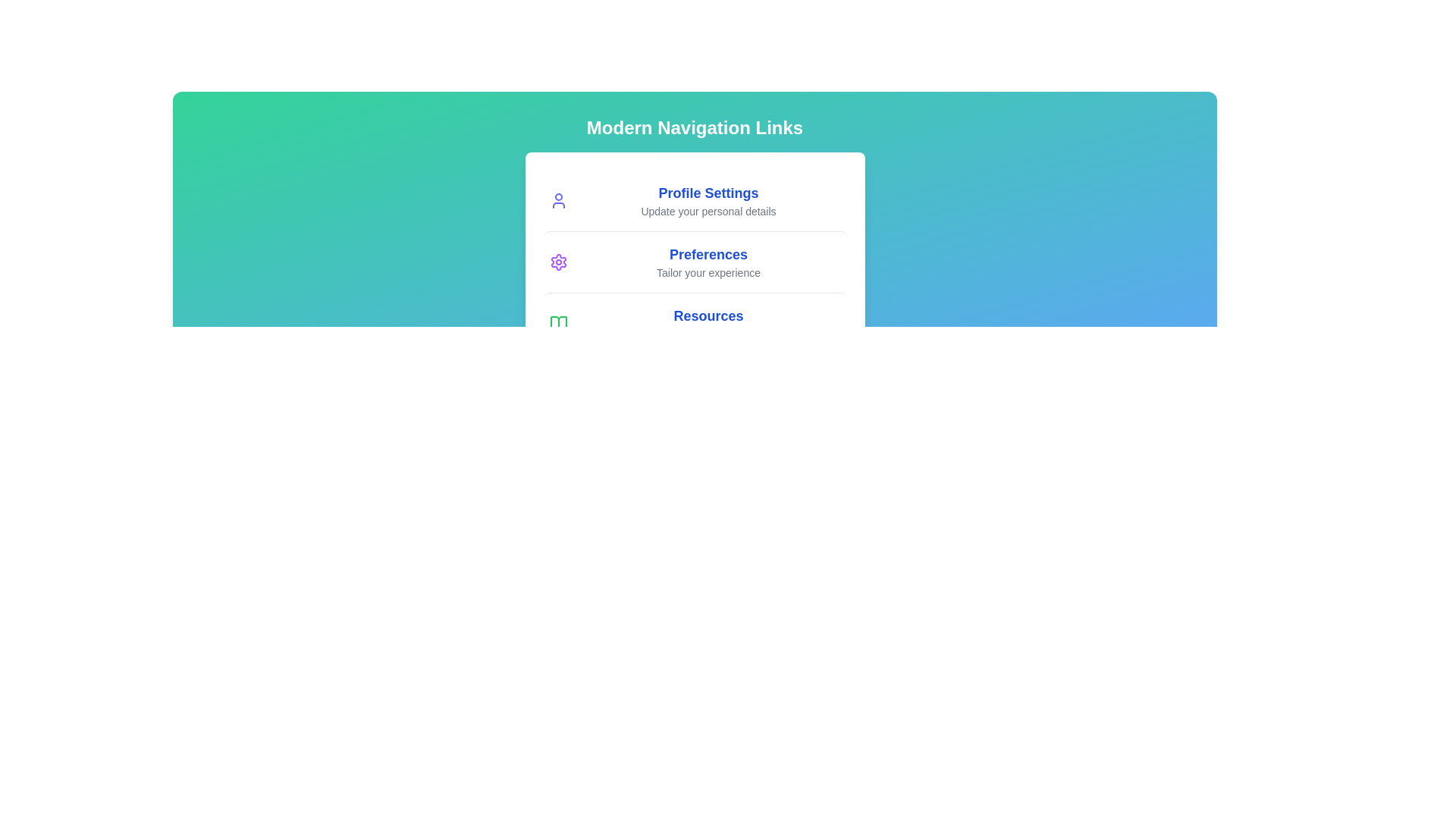  I want to click on the bold 'Preferences' navigation link, so click(708, 262).